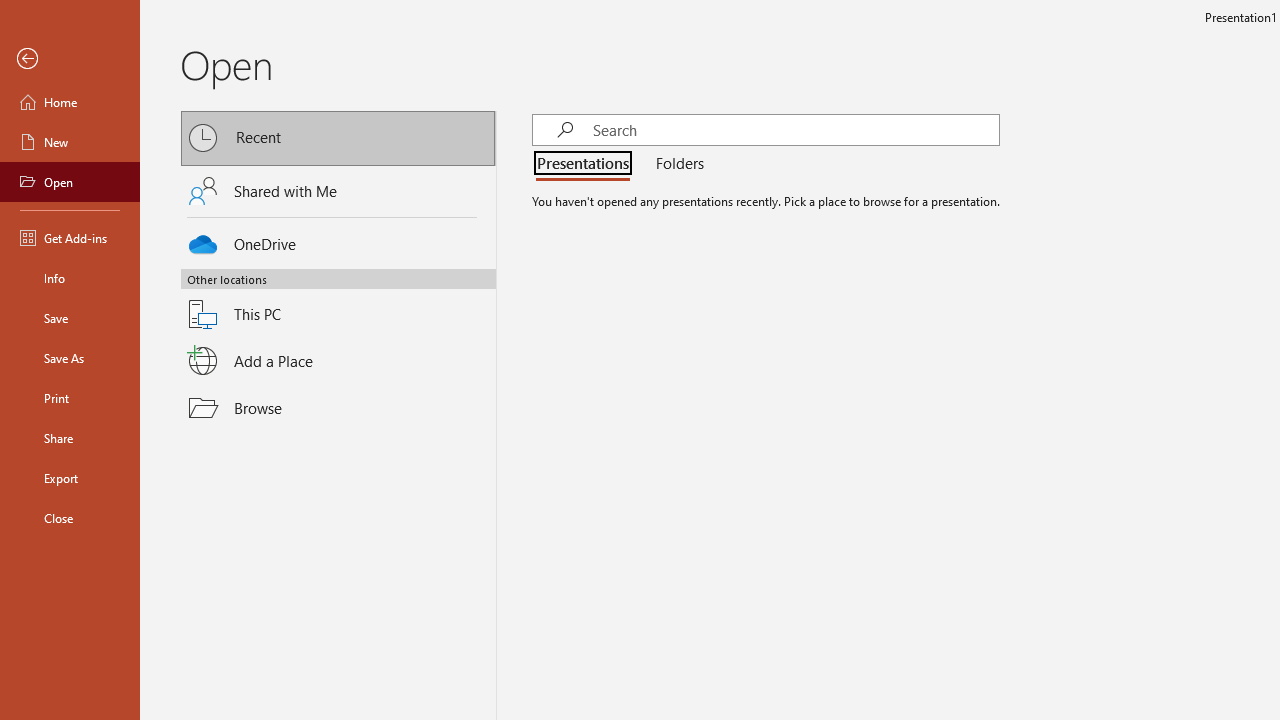  I want to click on 'Back', so click(69, 58).